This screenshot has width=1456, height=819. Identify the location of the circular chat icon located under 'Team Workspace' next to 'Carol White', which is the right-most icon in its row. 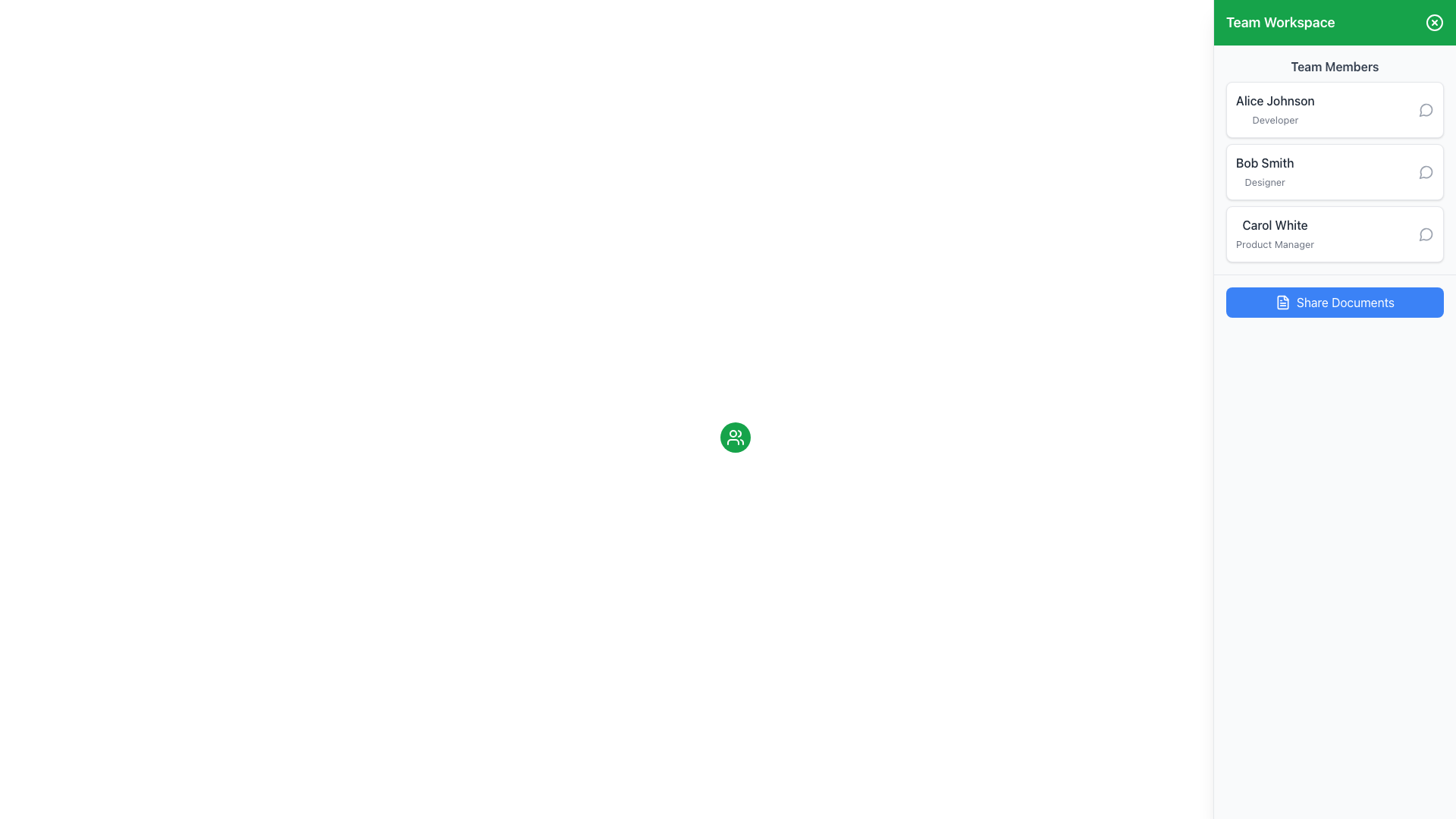
(1426, 234).